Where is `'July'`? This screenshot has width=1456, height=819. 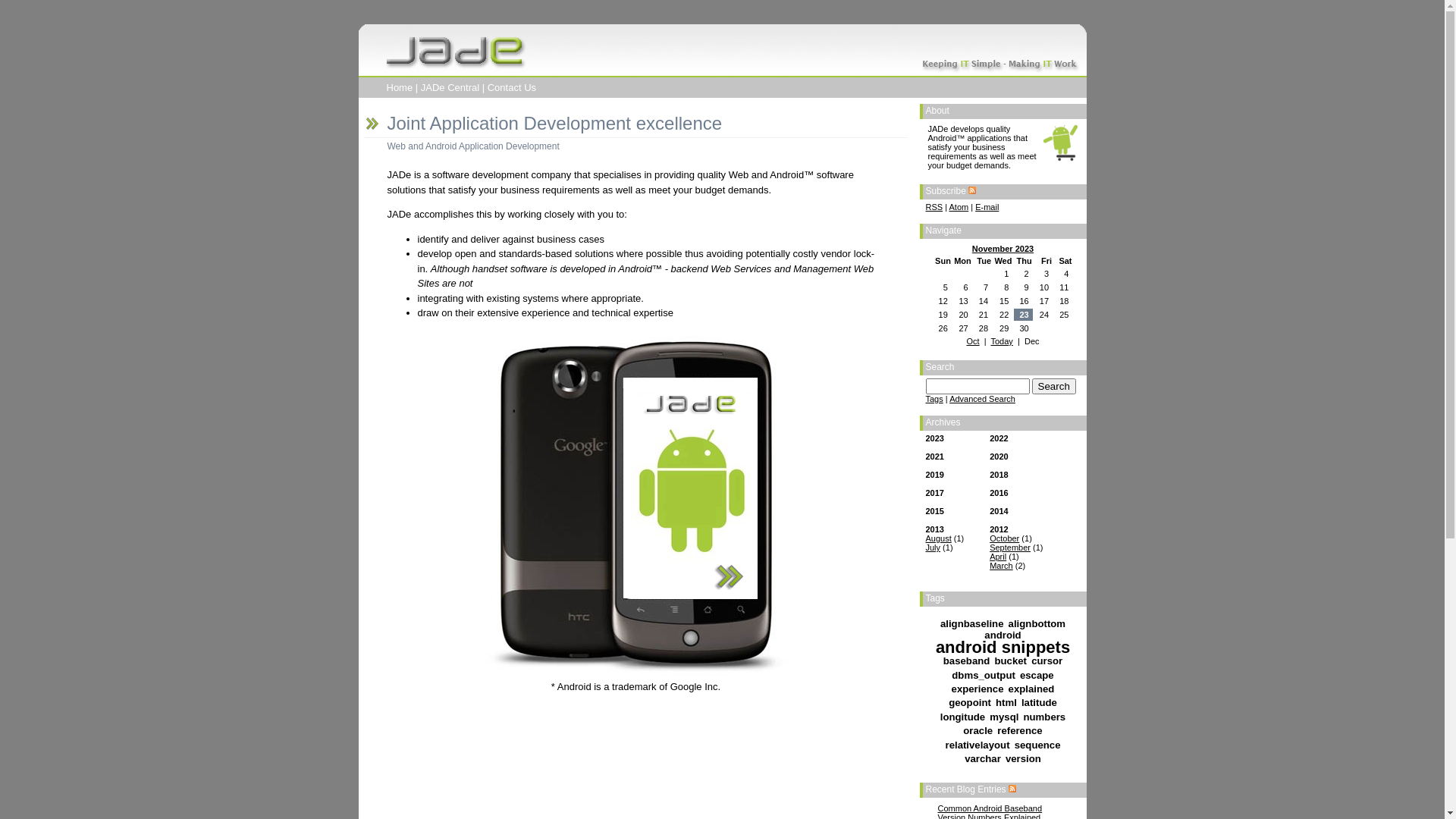
'July' is located at coordinates (931, 547).